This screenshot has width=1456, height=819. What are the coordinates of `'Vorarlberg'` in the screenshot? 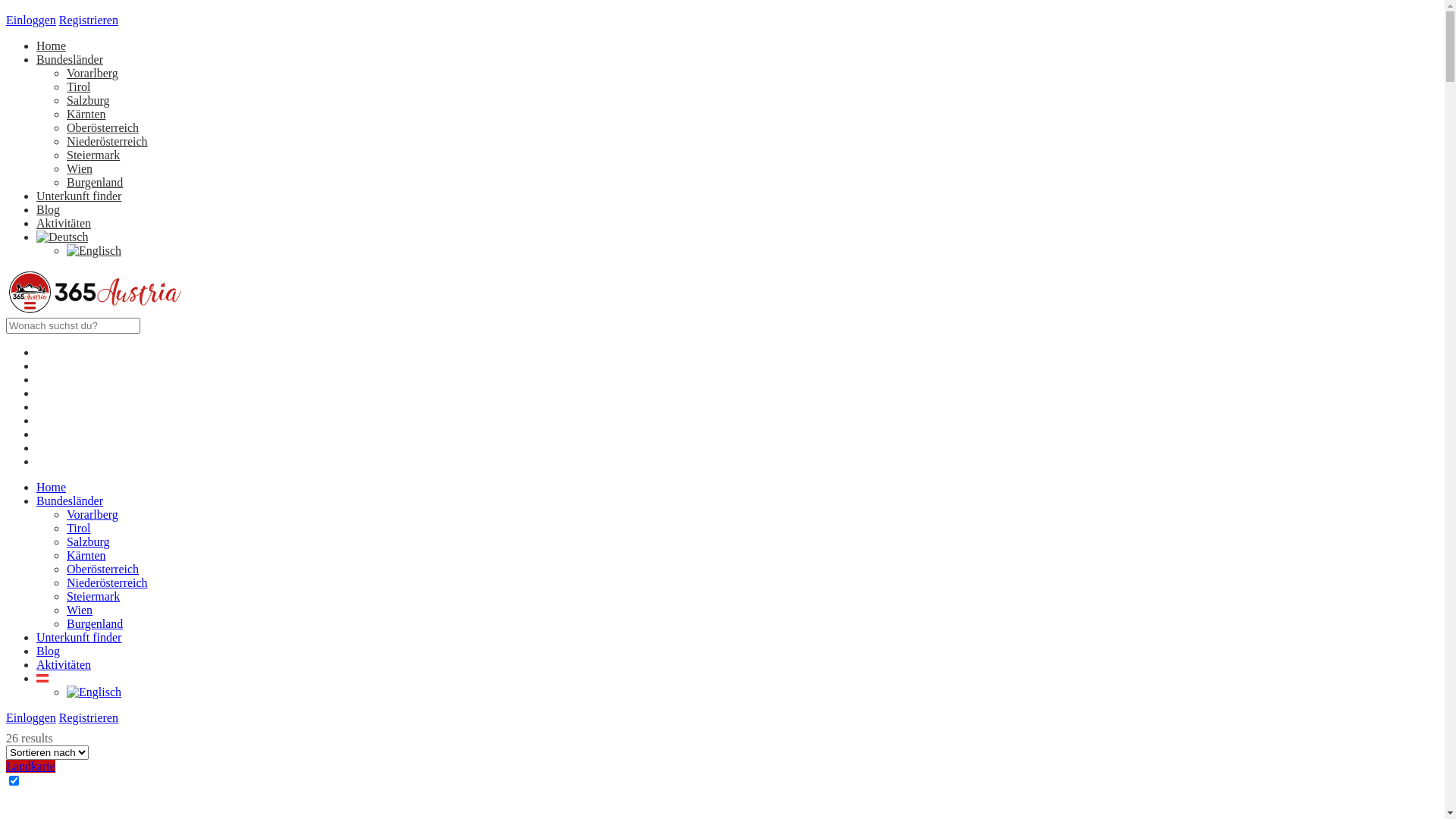 It's located at (91, 480).